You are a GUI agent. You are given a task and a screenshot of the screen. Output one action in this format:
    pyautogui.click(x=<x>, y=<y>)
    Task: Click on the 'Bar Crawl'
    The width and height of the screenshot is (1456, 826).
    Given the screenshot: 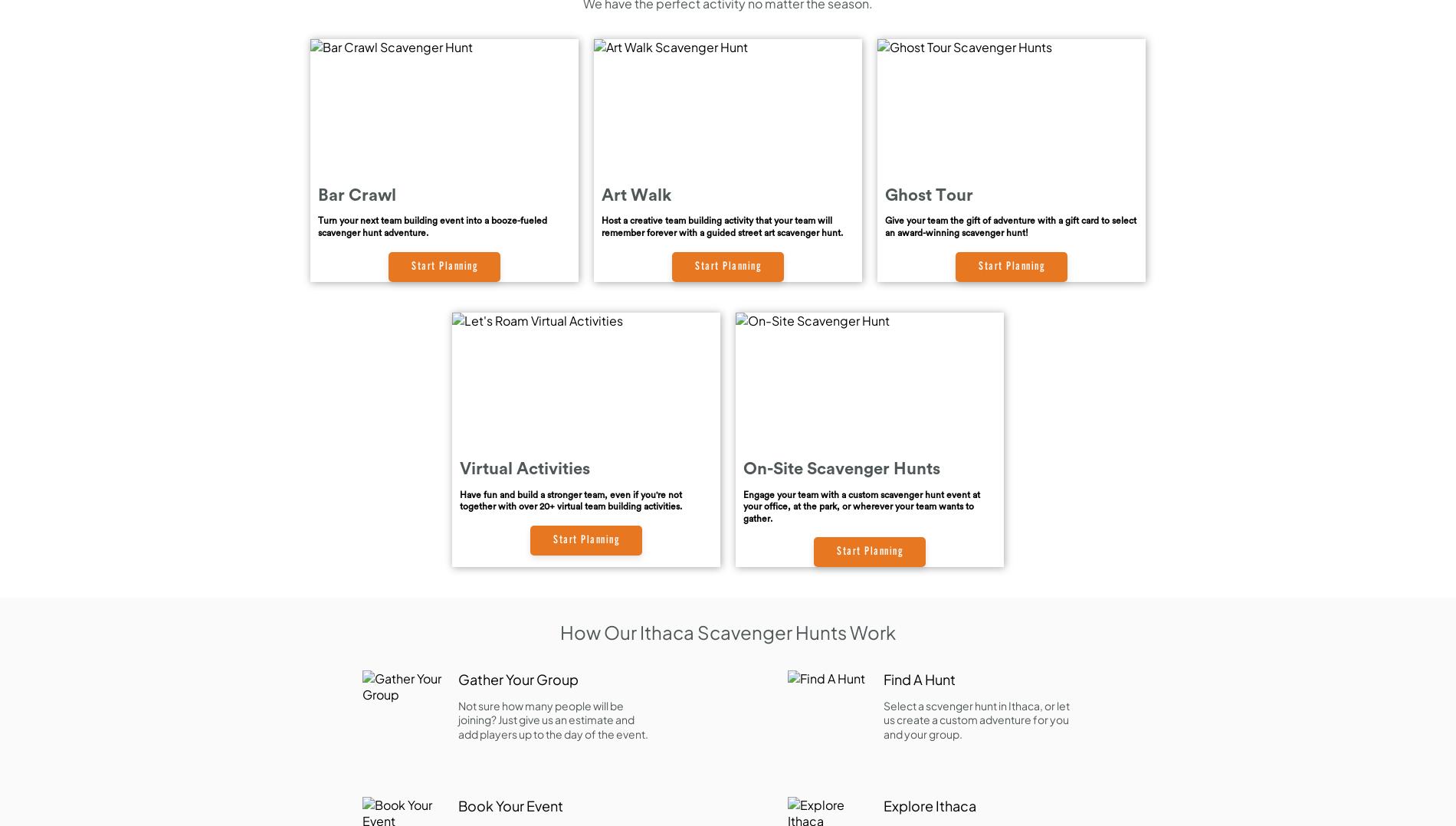 What is the action you would take?
    pyautogui.click(x=356, y=193)
    